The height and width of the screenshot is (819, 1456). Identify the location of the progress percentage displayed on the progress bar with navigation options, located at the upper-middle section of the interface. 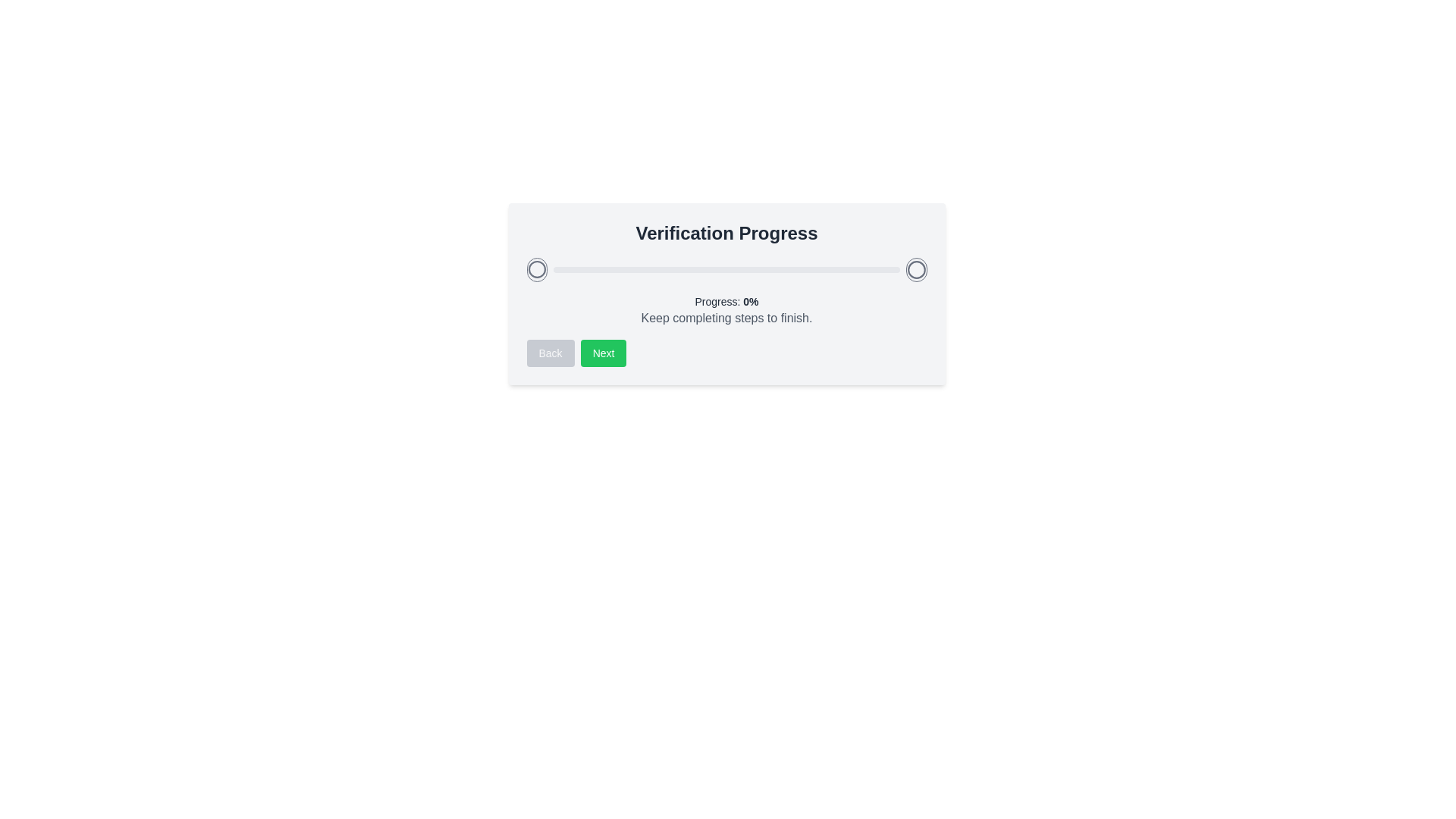
(726, 294).